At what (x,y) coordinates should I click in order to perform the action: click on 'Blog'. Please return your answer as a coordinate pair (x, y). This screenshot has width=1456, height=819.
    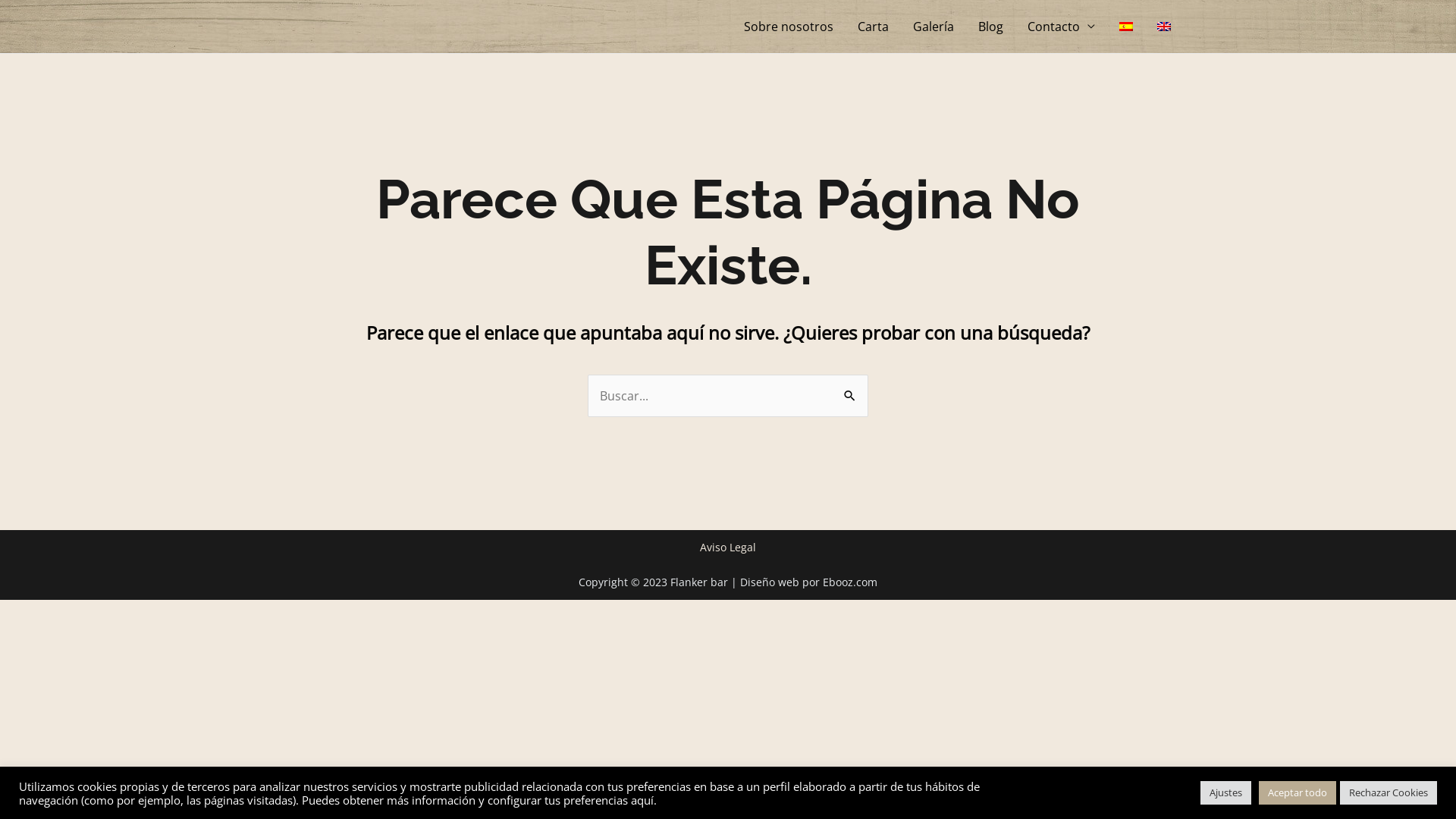
    Looking at the image, I should click on (990, 26).